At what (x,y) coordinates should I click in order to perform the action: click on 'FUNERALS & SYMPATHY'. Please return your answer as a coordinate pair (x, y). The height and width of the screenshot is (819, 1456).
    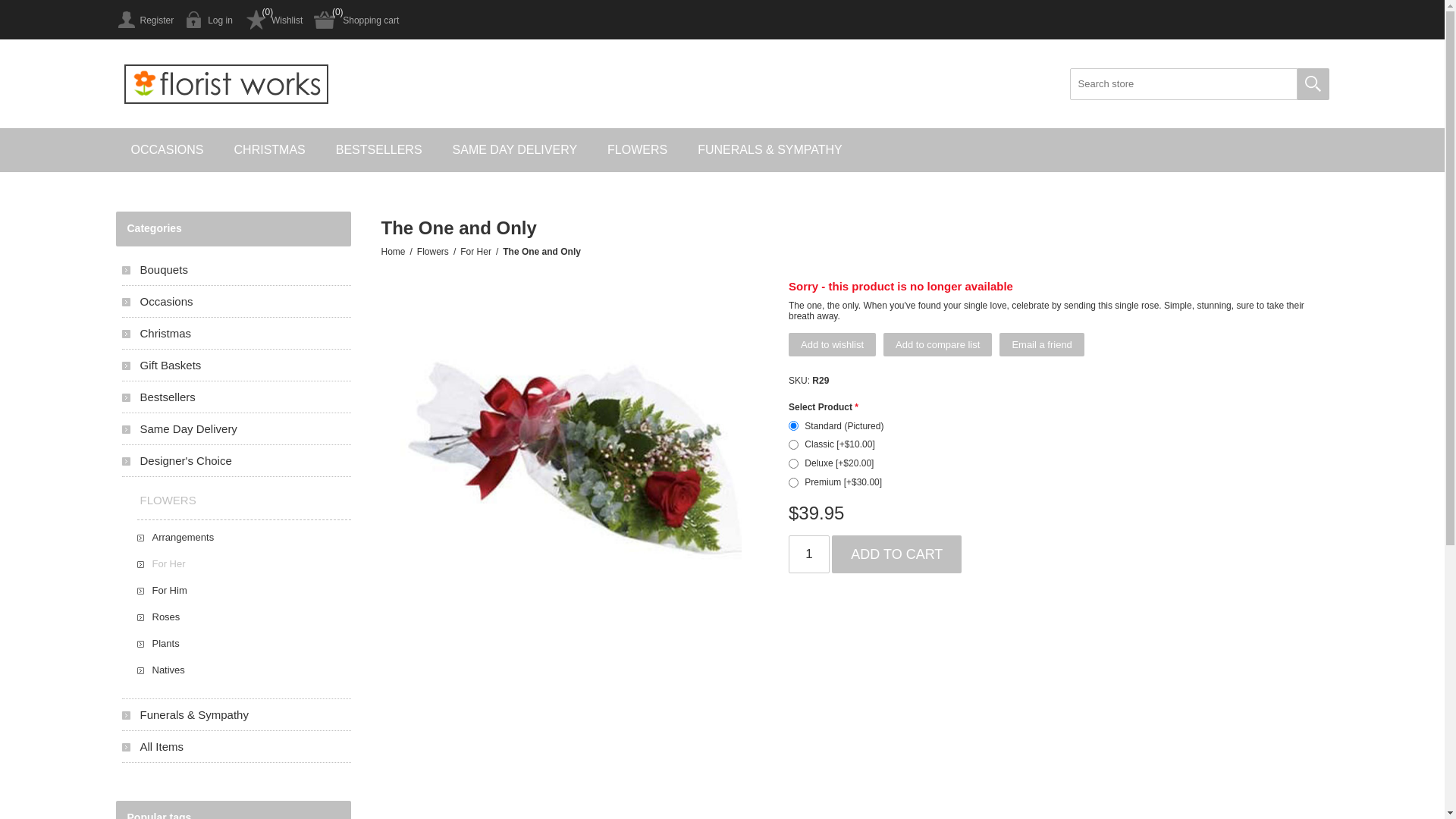
    Looking at the image, I should click on (770, 149).